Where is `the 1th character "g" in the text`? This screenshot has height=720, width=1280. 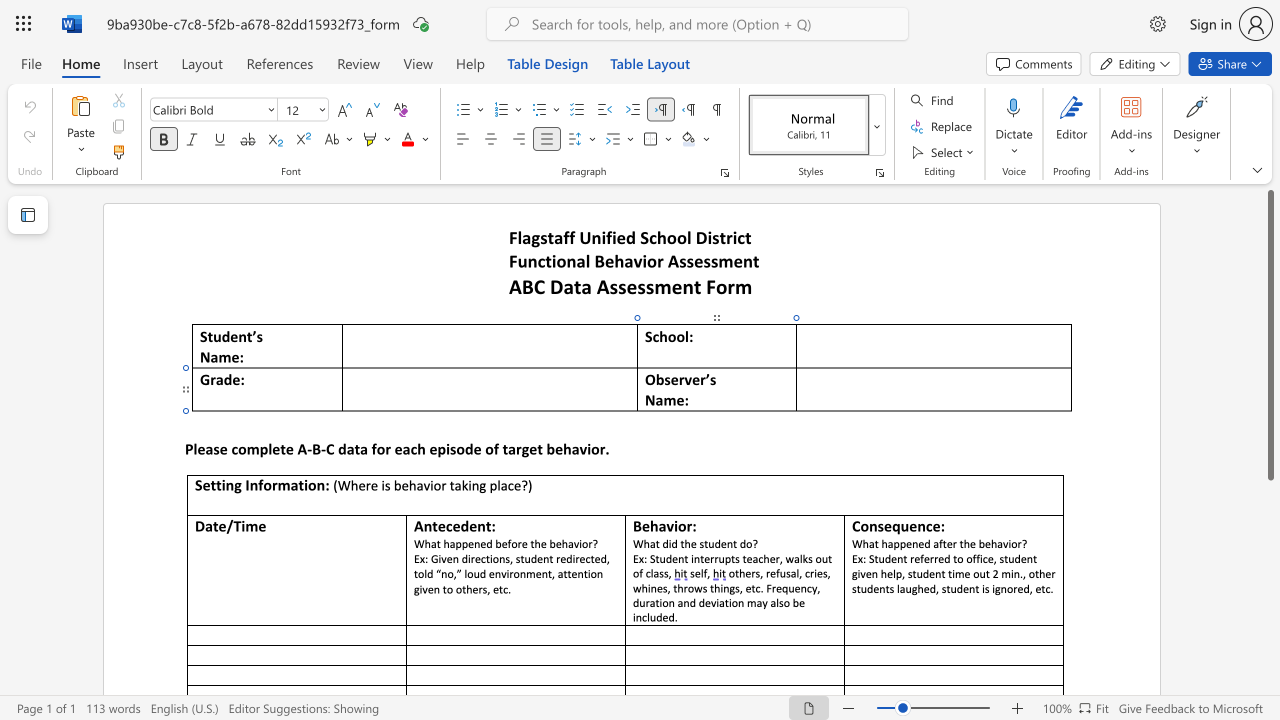 the 1th character "g" in the text is located at coordinates (415, 588).